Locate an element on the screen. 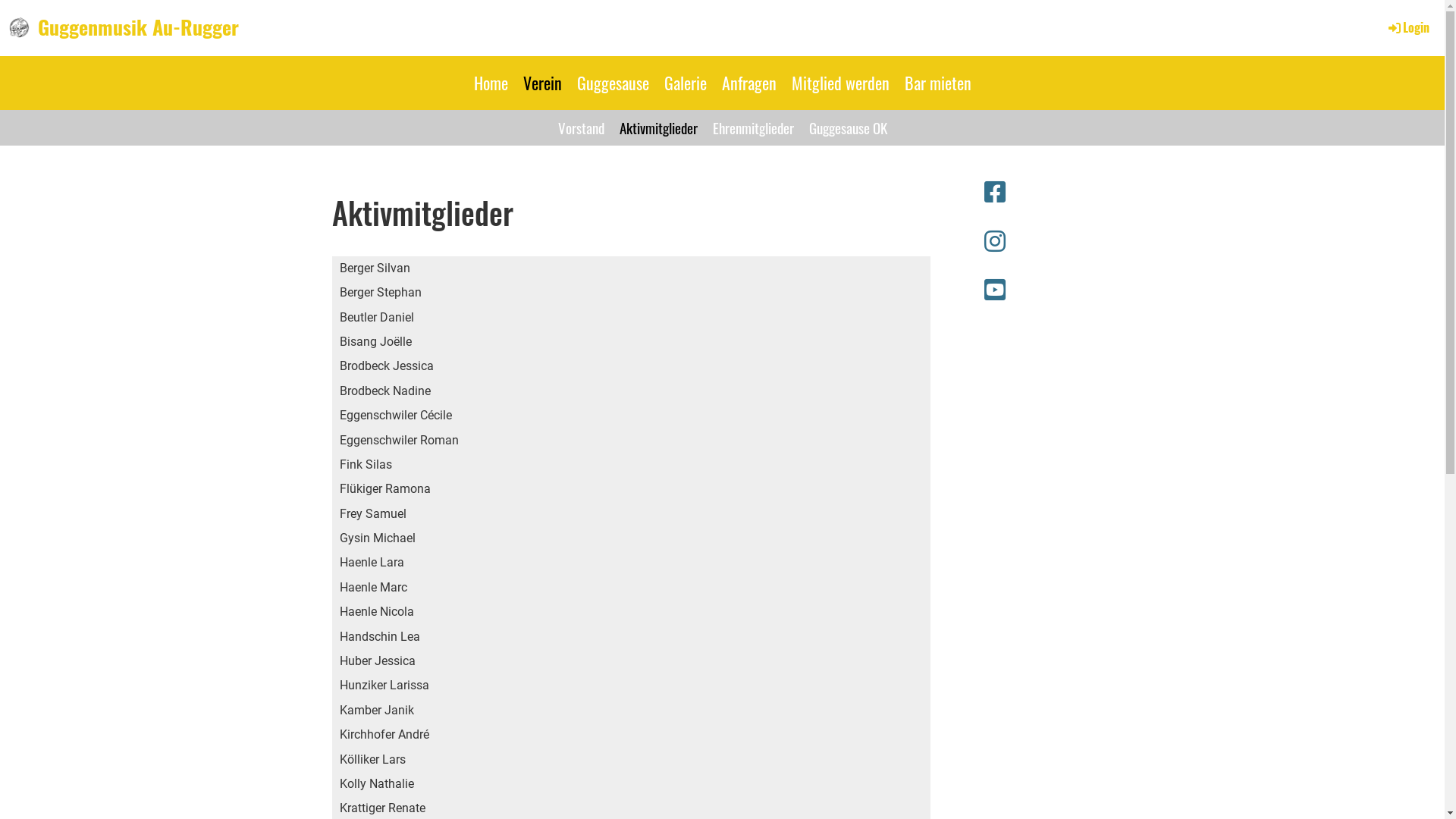  'Galerie' is located at coordinates (684, 83).